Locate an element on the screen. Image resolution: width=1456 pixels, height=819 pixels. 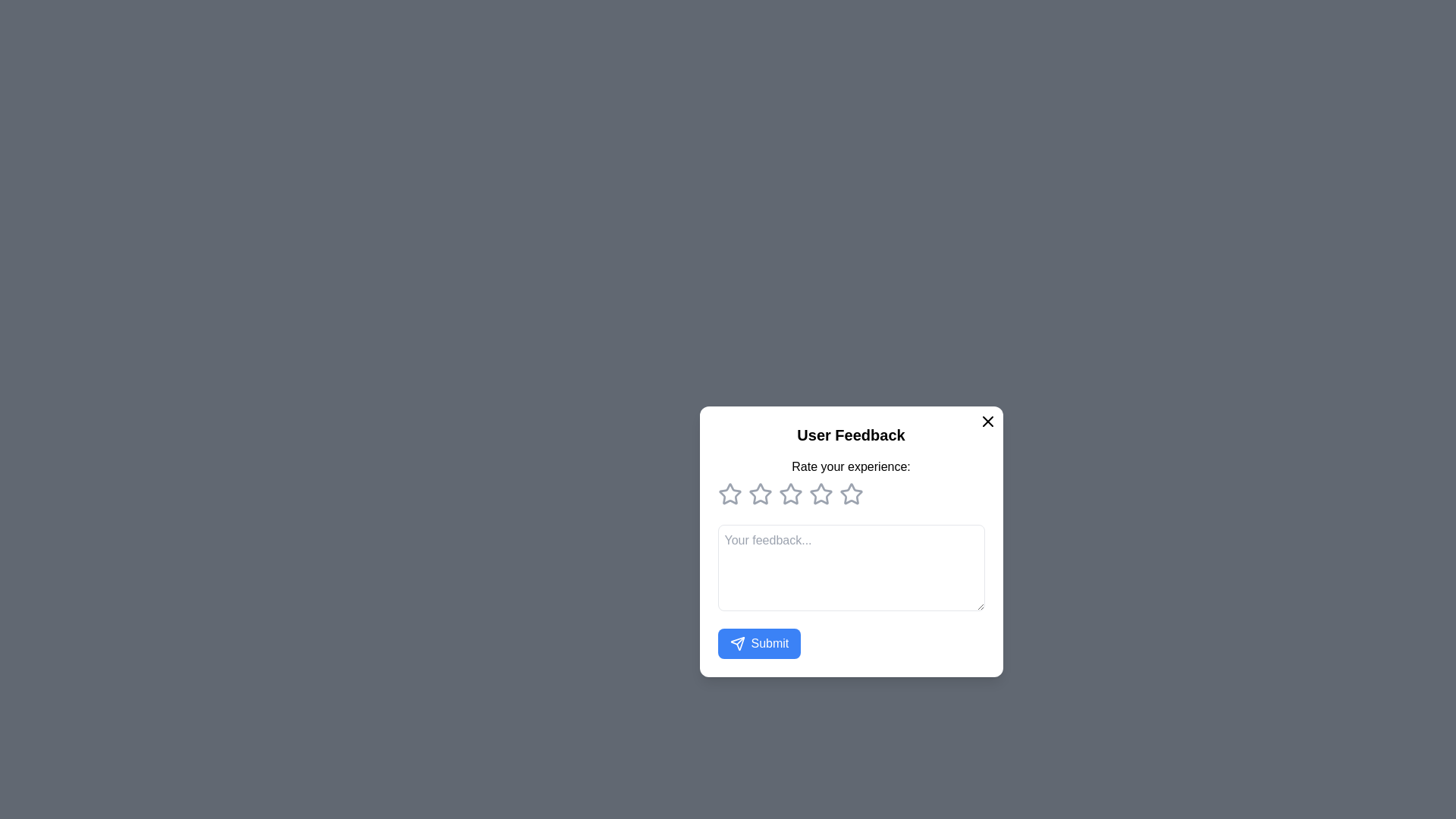
the 'Submit Feedback' button located at the bottom-right corner of the 'User Feedback' popup is located at coordinates (759, 643).